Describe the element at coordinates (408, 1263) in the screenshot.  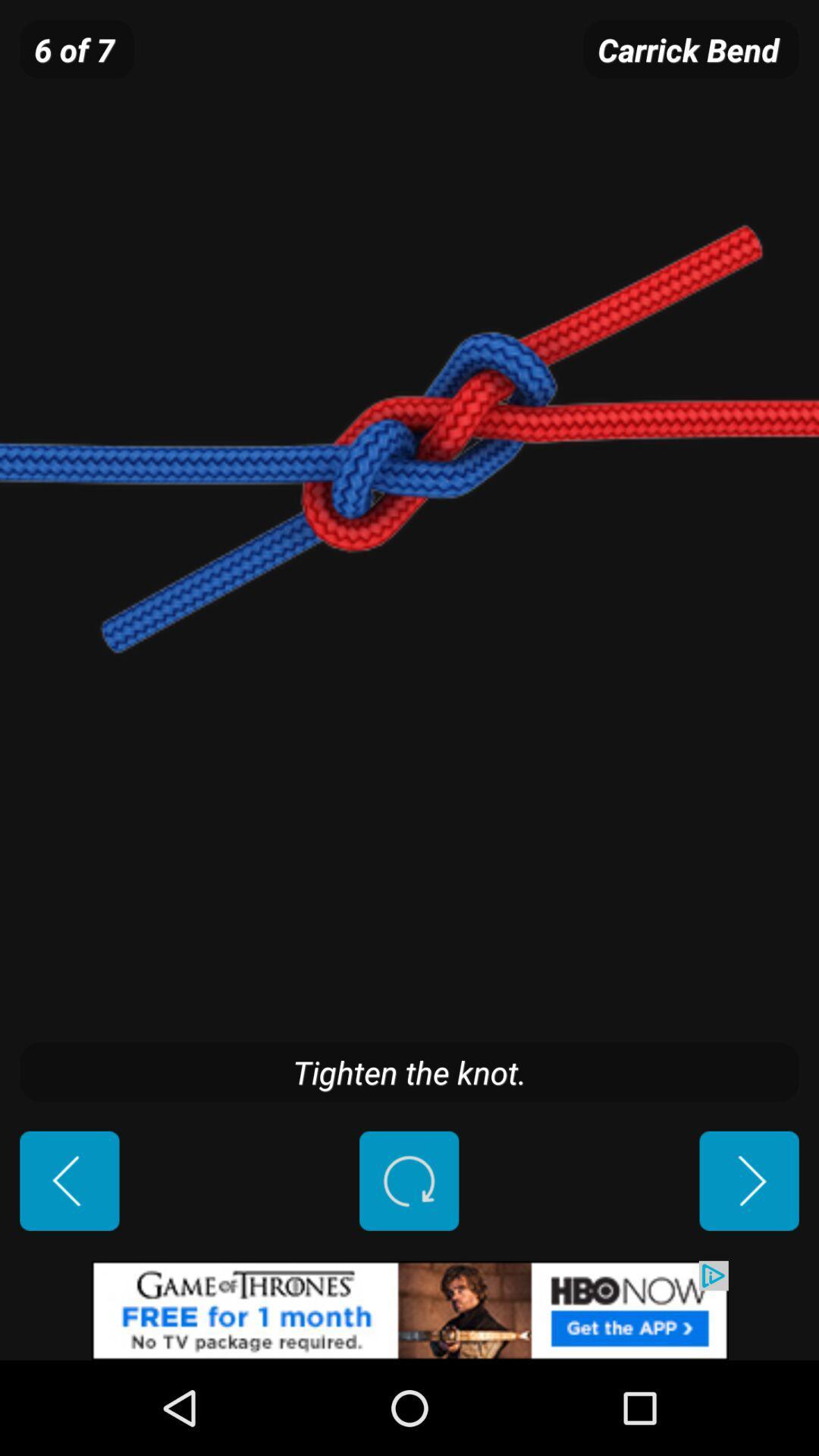
I see `the refresh icon` at that location.